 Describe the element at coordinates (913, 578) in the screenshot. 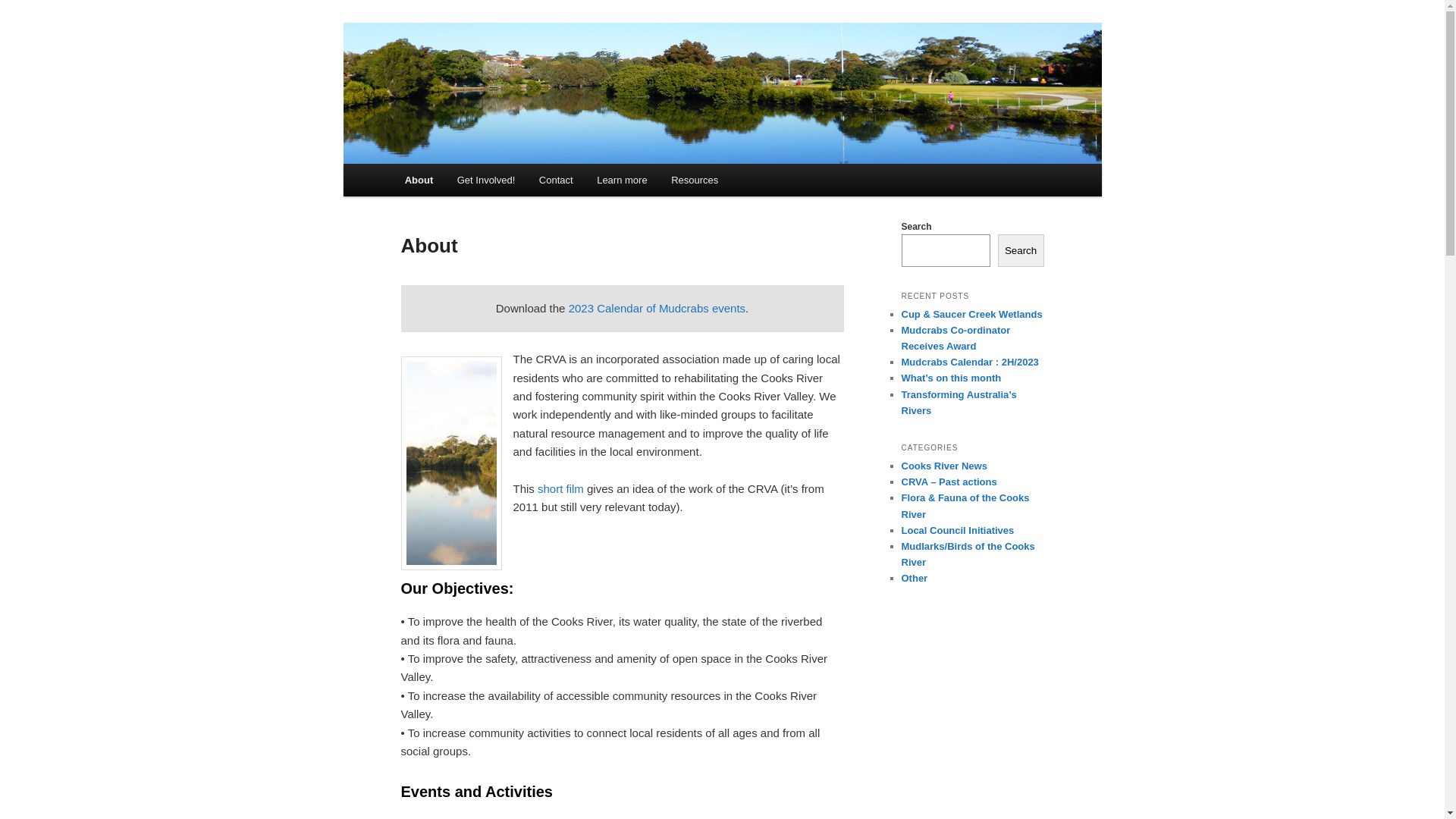

I see `'Other'` at that location.